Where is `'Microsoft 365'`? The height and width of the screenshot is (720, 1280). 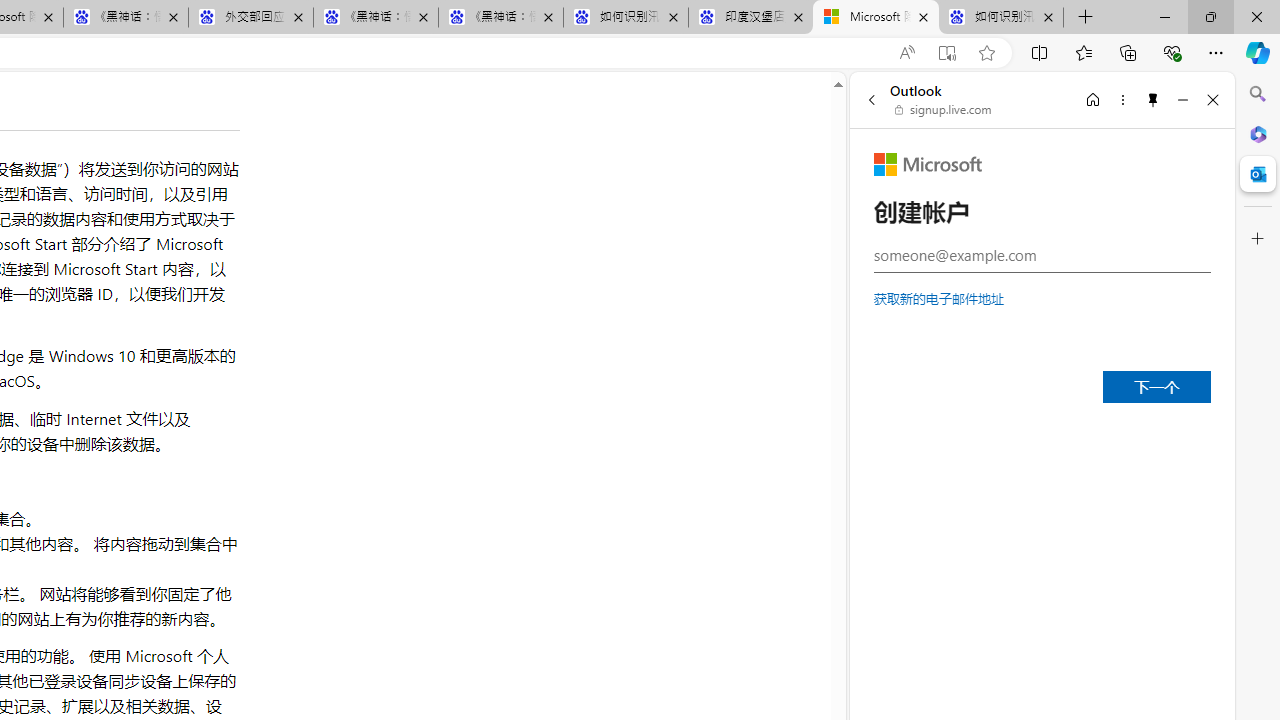 'Microsoft 365' is located at coordinates (1257, 133).